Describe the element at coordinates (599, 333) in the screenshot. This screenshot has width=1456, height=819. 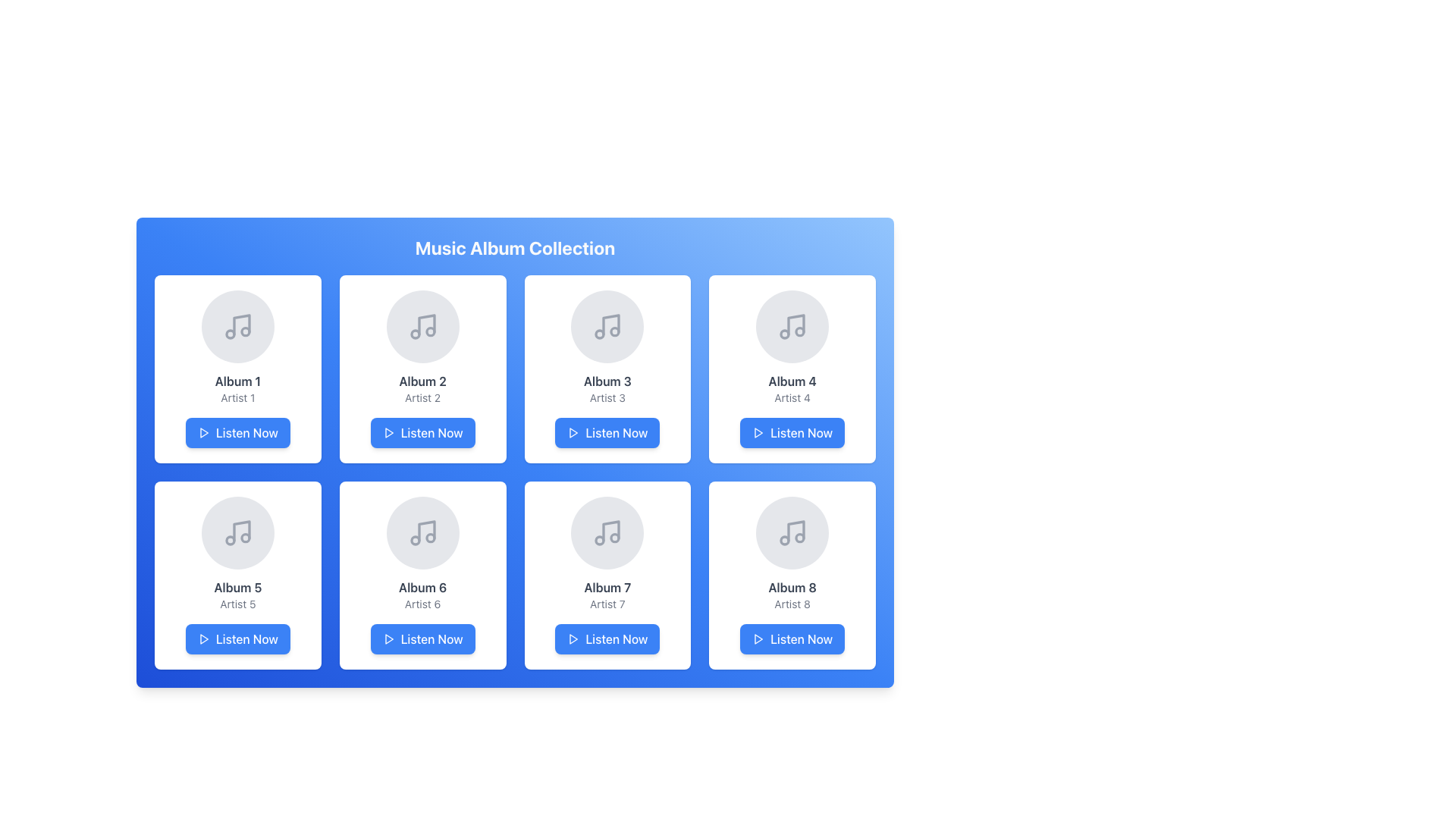
I see `the small circular SVG element that is part of the music icon for 'Album 3', which is located in the top row of the album collection grid` at that location.